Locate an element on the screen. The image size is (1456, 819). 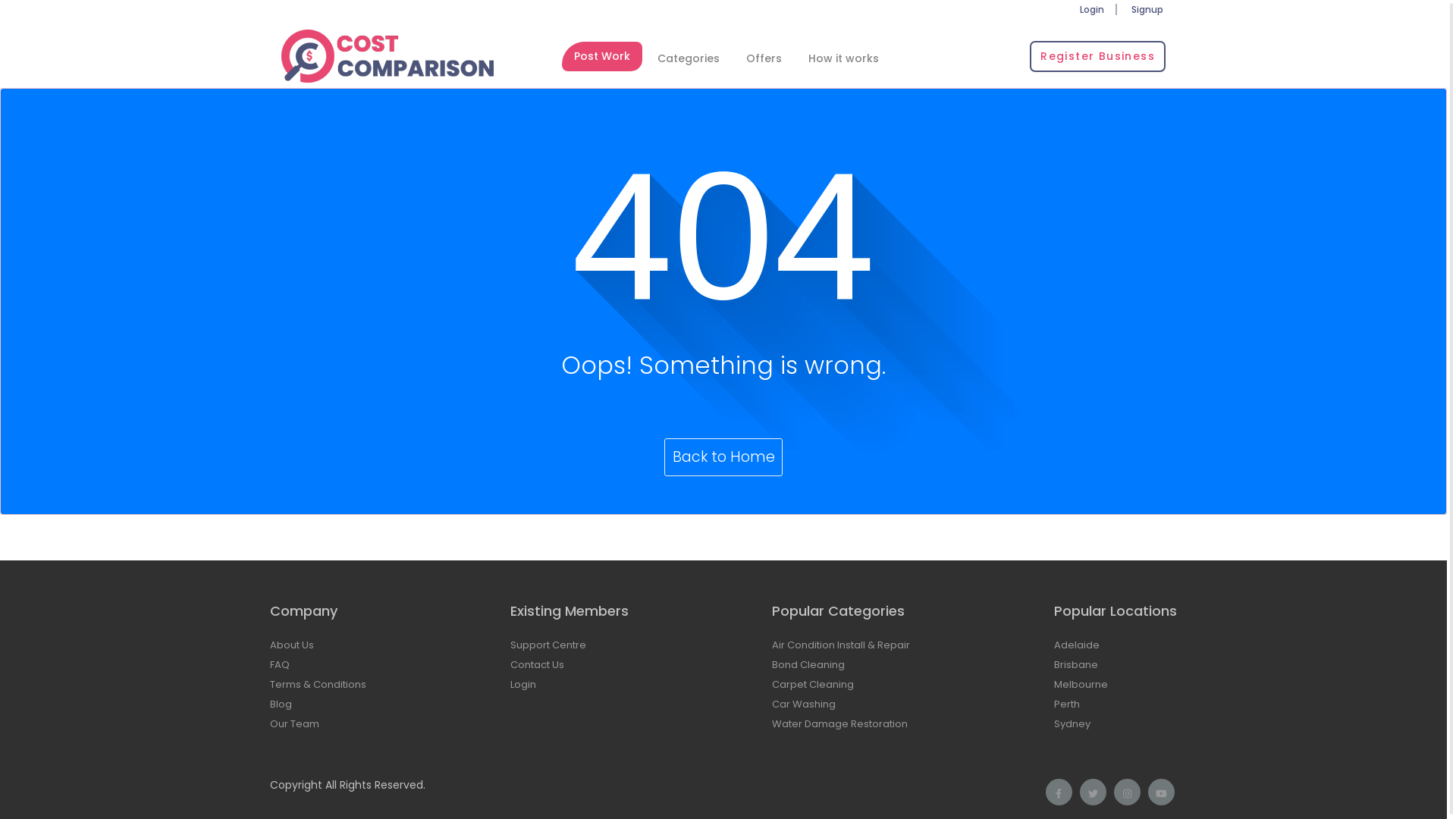
'Offers' is located at coordinates (764, 57).